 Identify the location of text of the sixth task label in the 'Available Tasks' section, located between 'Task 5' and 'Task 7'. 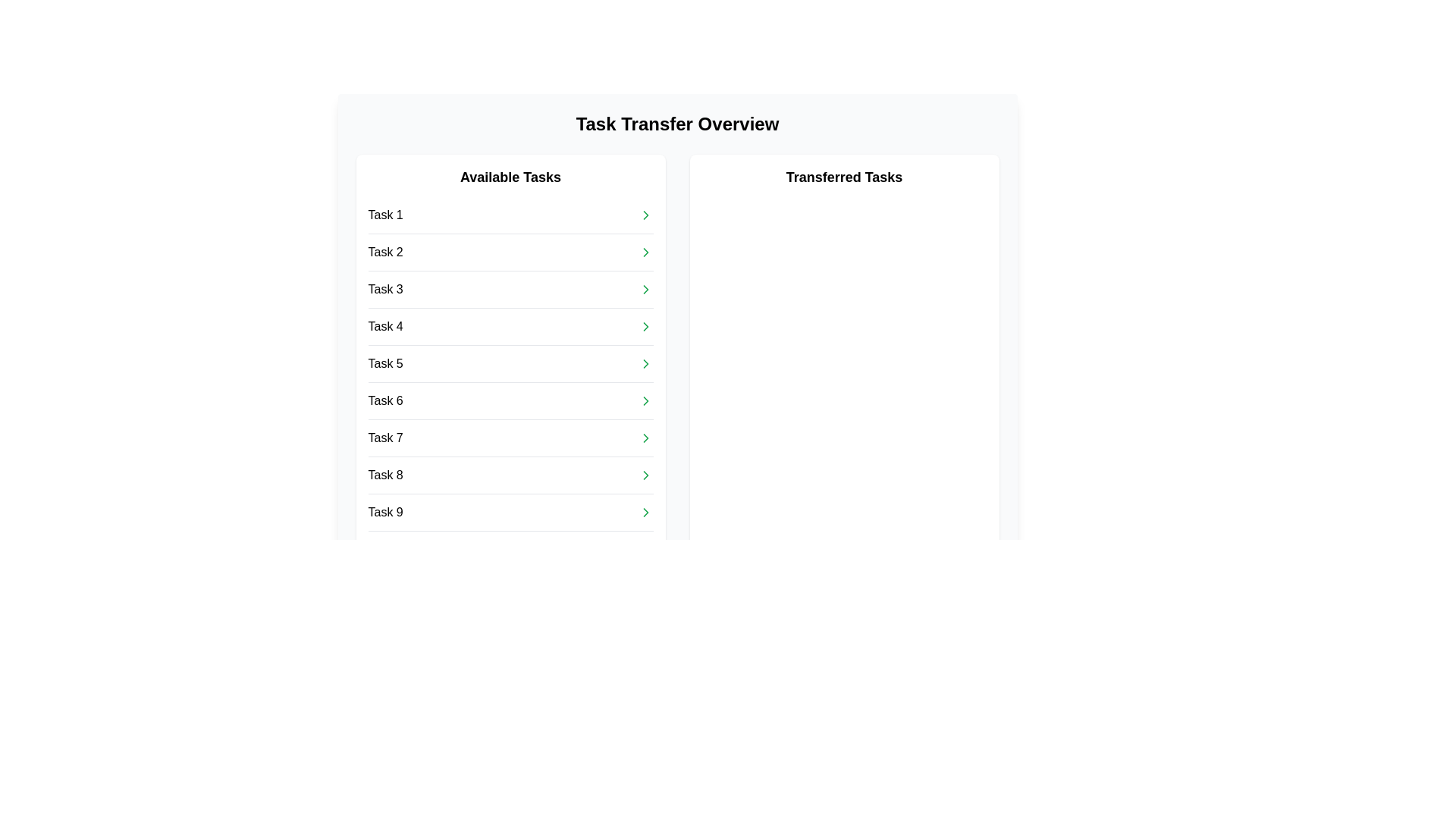
(385, 400).